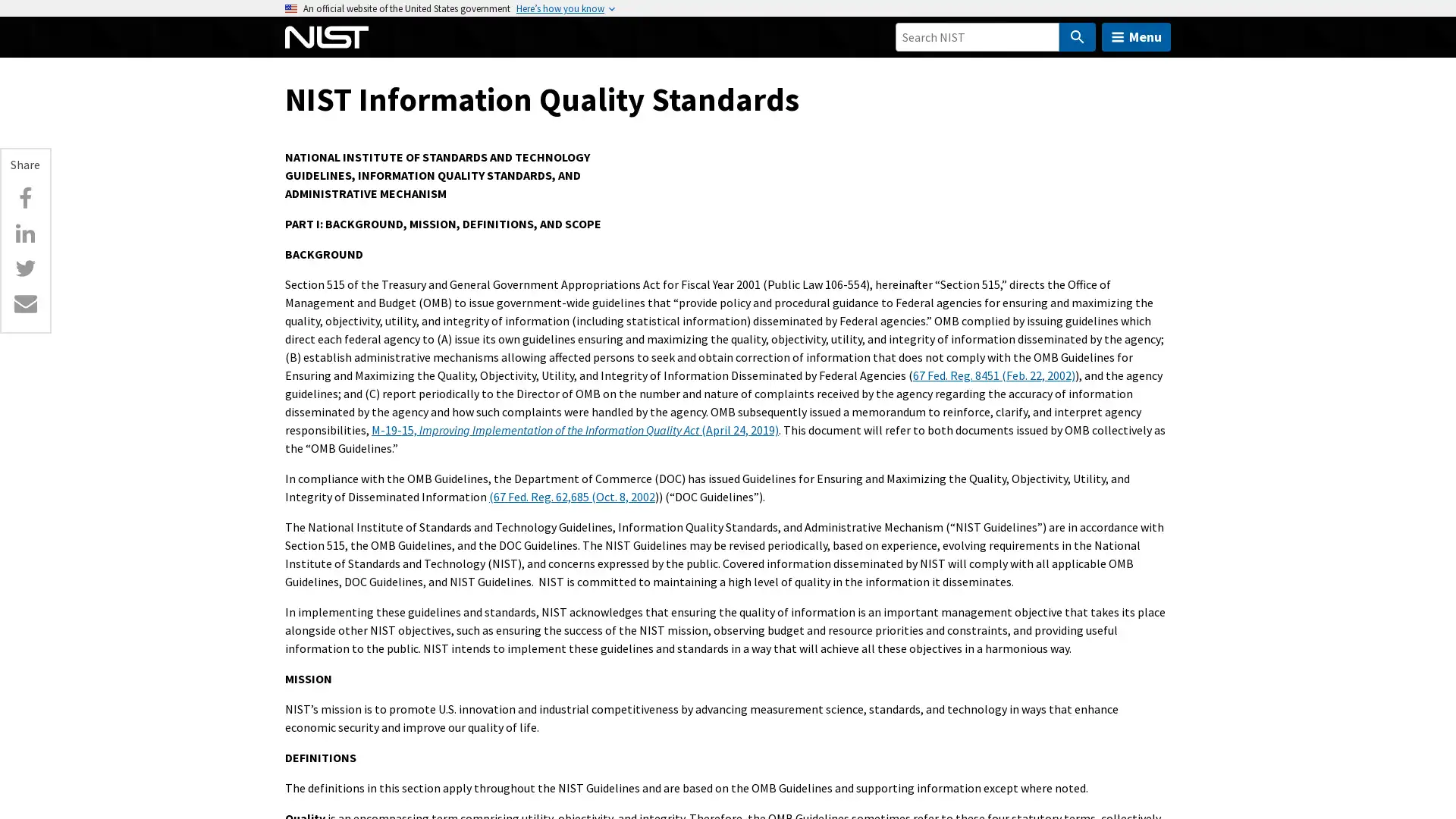 The width and height of the screenshot is (1456, 819). Describe the element at coordinates (1136, 36) in the screenshot. I see `Menu` at that location.